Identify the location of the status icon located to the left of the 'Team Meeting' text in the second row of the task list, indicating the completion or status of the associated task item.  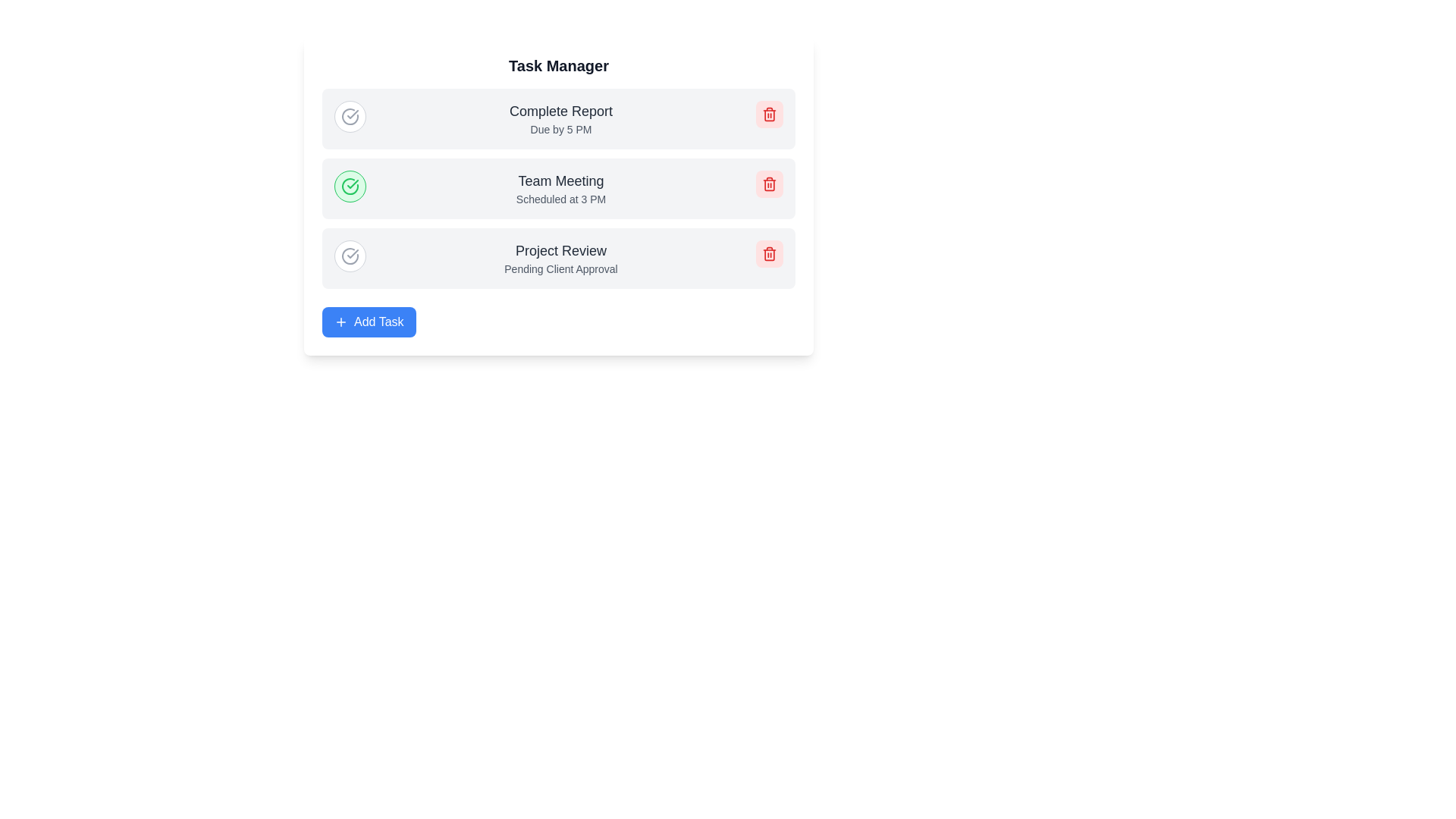
(349, 256).